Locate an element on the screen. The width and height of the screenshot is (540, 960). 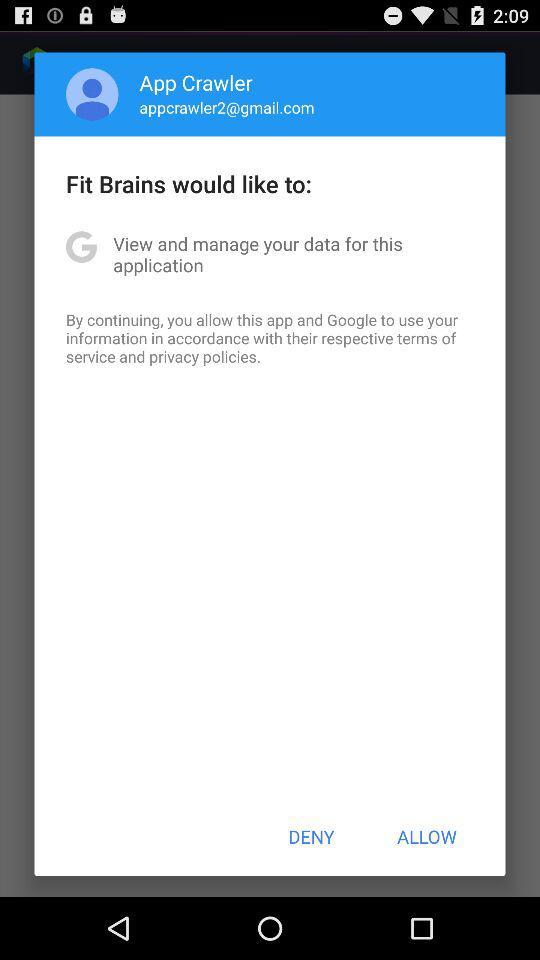
app above the fit brains would app is located at coordinates (226, 107).